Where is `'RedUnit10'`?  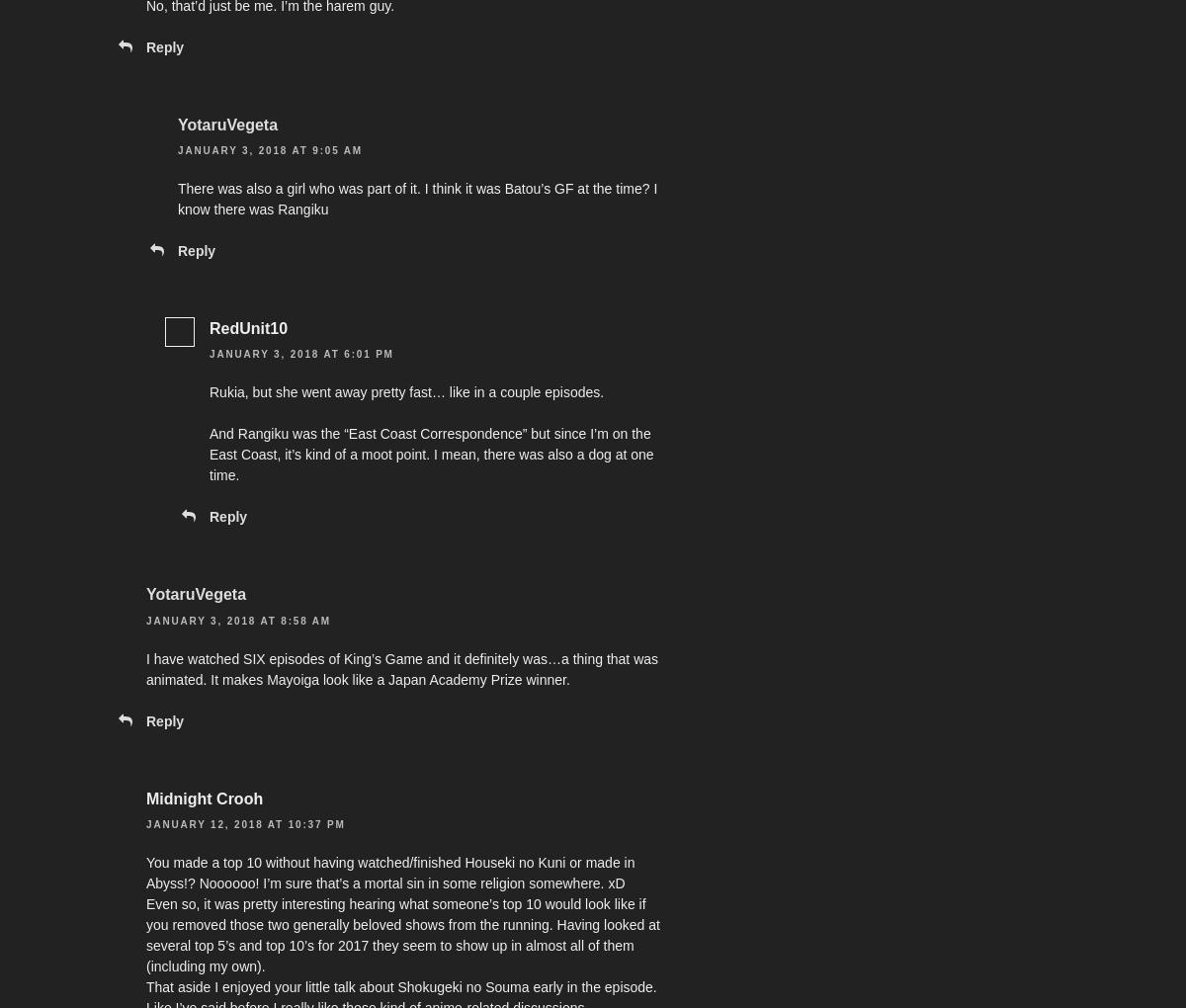
'RedUnit10' is located at coordinates (247, 328).